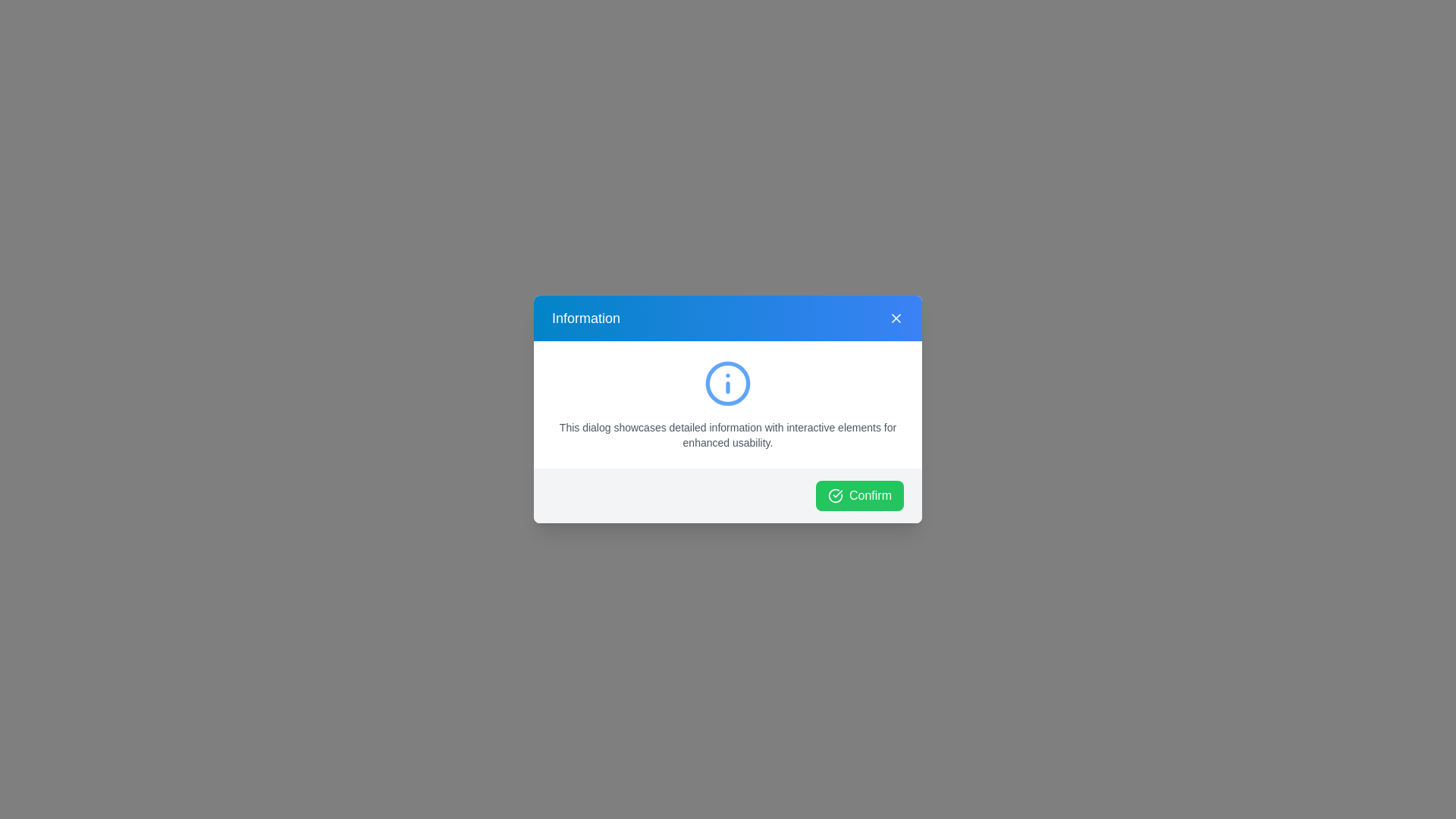 The width and height of the screenshot is (1456, 819). Describe the element at coordinates (728, 403) in the screenshot. I see `informational content element that features an icon with an 'i' and text stating 'This dialog showcases detailed information with interactive elements for enhanced usability.'` at that location.